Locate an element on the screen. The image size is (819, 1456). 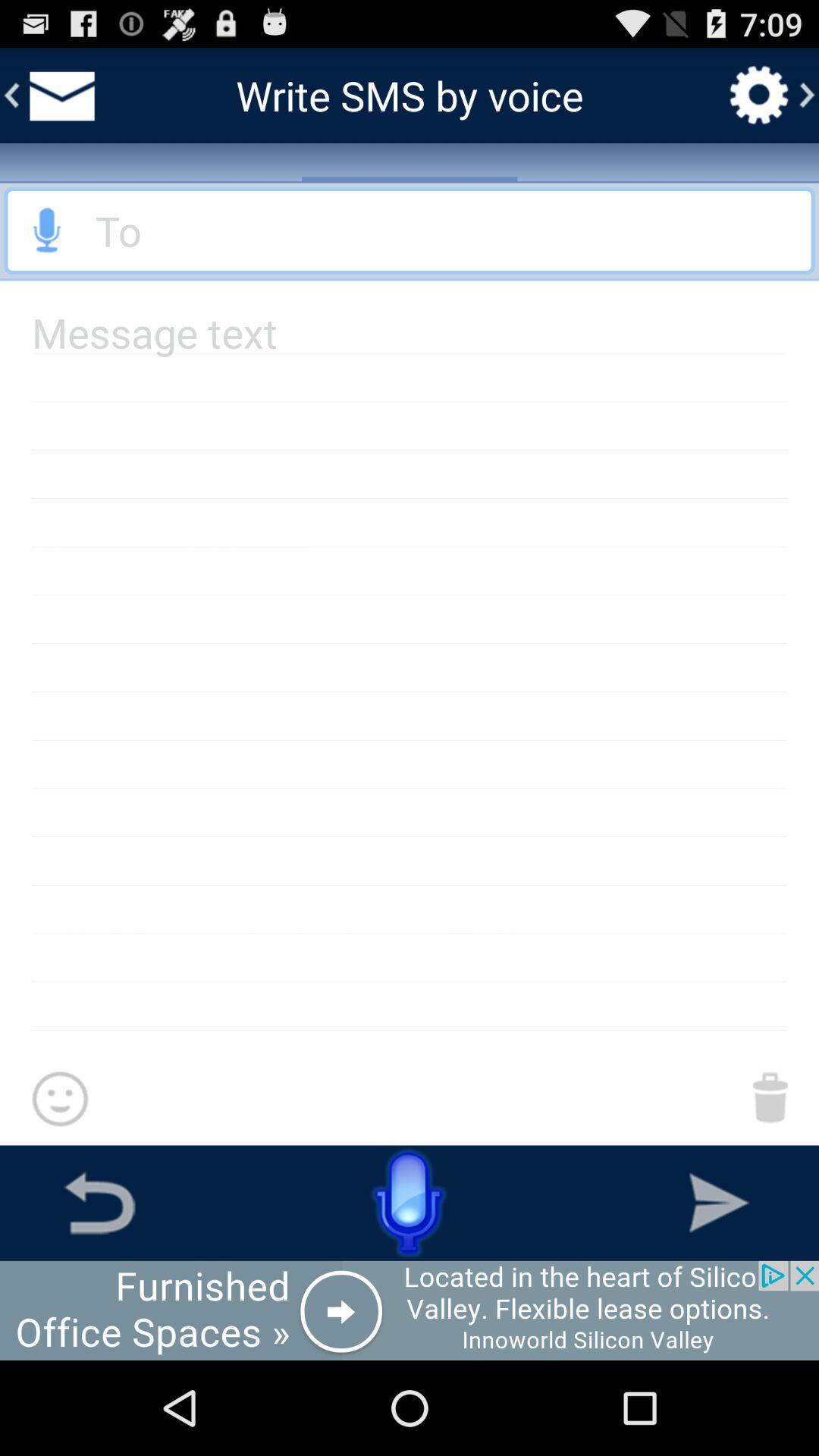
to view add is located at coordinates (409, 1310).